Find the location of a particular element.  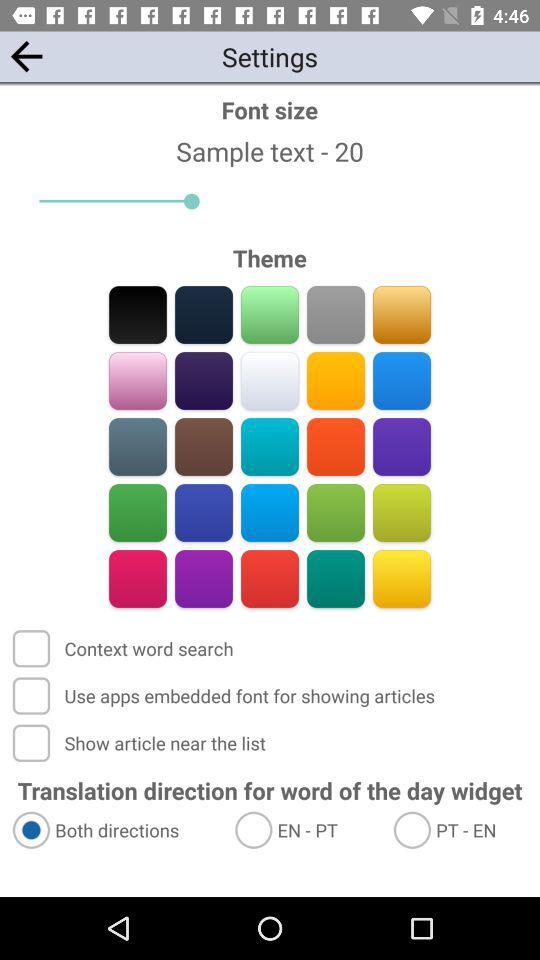

orange theme color is located at coordinates (335, 380).